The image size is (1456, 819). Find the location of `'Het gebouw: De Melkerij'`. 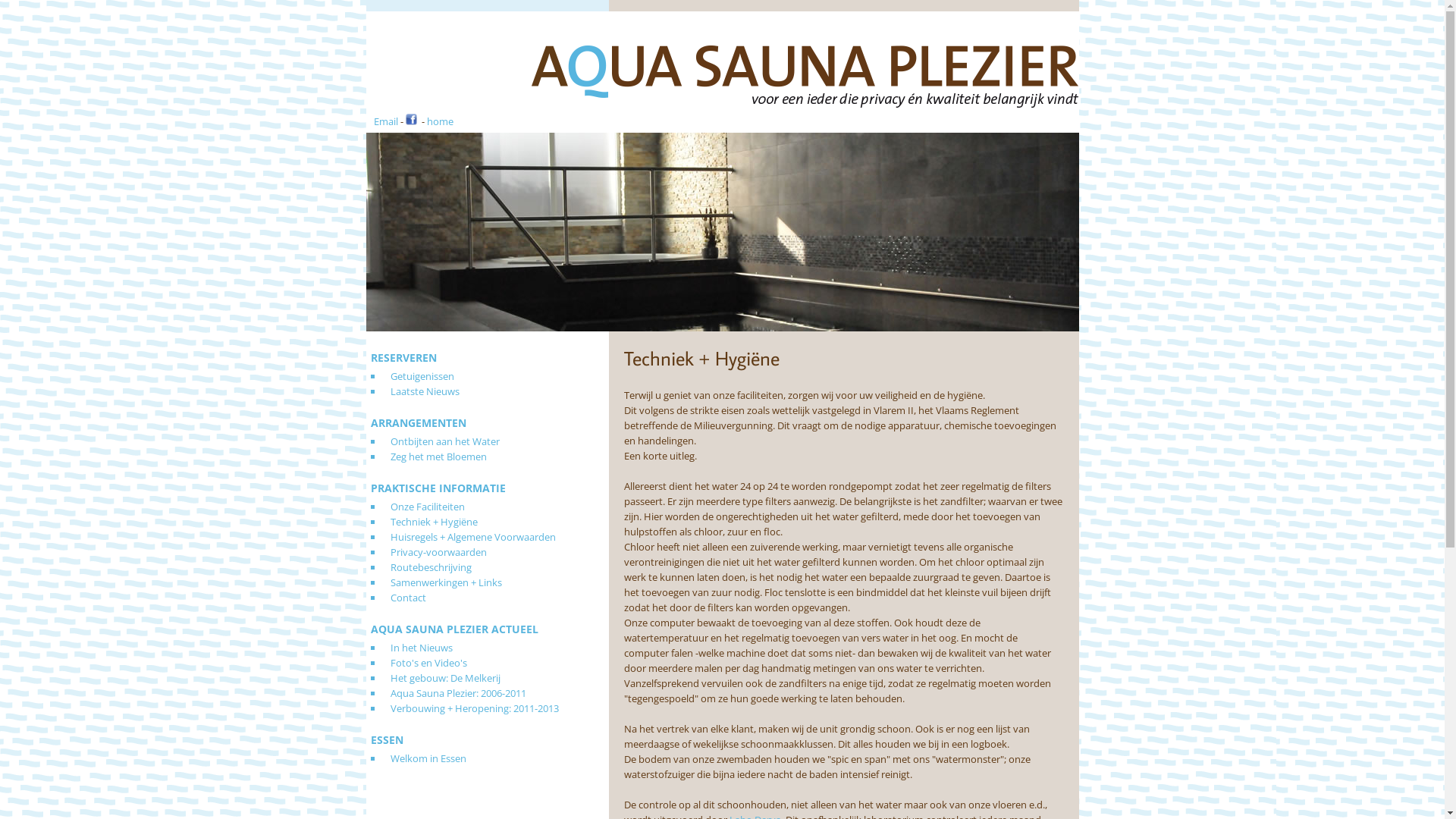

'Het gebouw: De Melkerij' is located at coordinates (432, 677).